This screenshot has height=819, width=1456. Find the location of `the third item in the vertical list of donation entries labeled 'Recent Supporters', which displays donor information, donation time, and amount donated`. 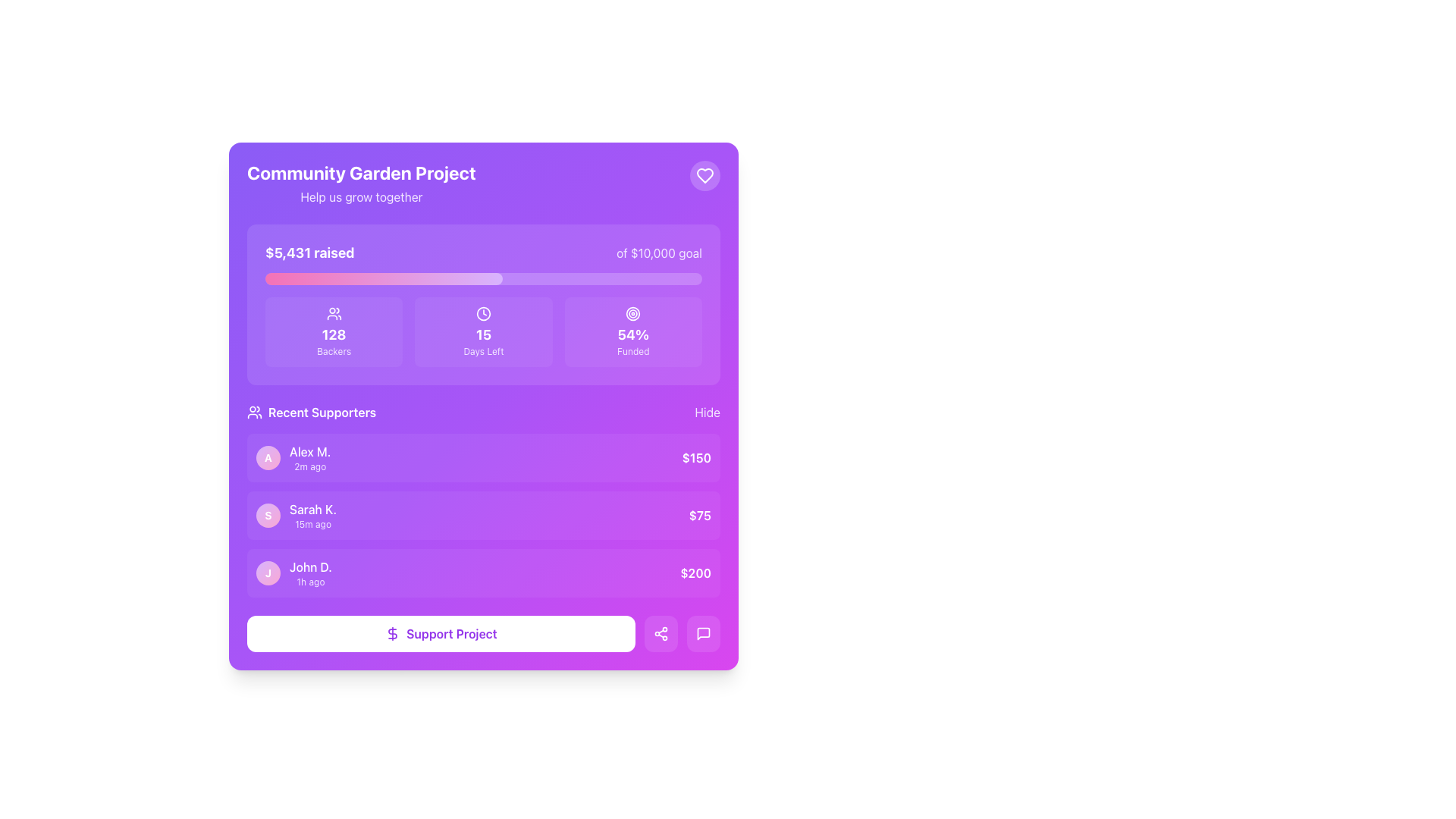

the third item in the vertical list of donation entries labeled 'Recent Supporters', which displays donor information, donation time, and amount donated is located at coordinates (483, 573).